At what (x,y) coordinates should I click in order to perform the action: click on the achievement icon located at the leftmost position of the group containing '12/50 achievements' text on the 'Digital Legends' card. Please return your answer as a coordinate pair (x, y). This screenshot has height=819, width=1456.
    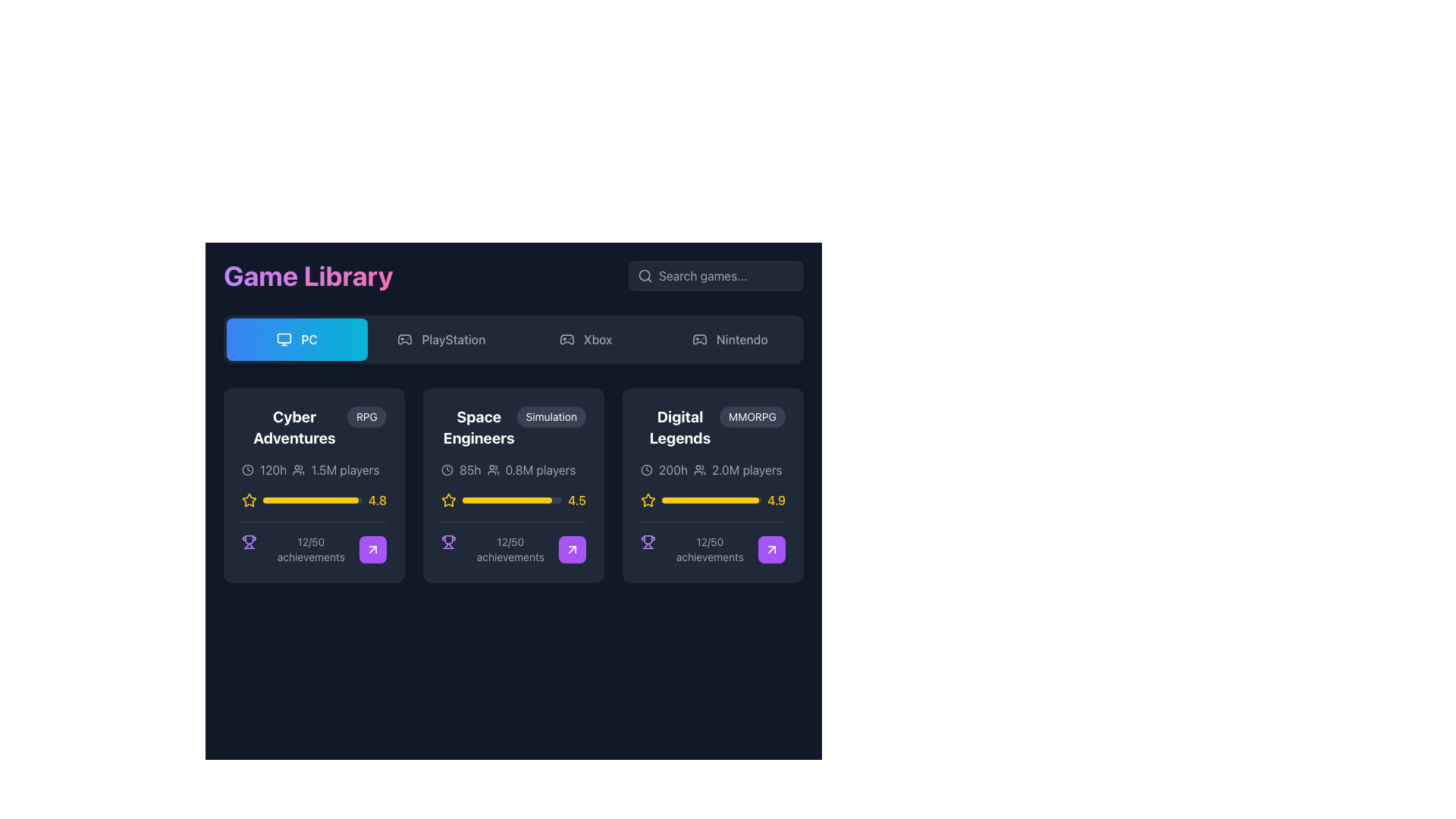
    Looking at the image, I should click on (648, 541).